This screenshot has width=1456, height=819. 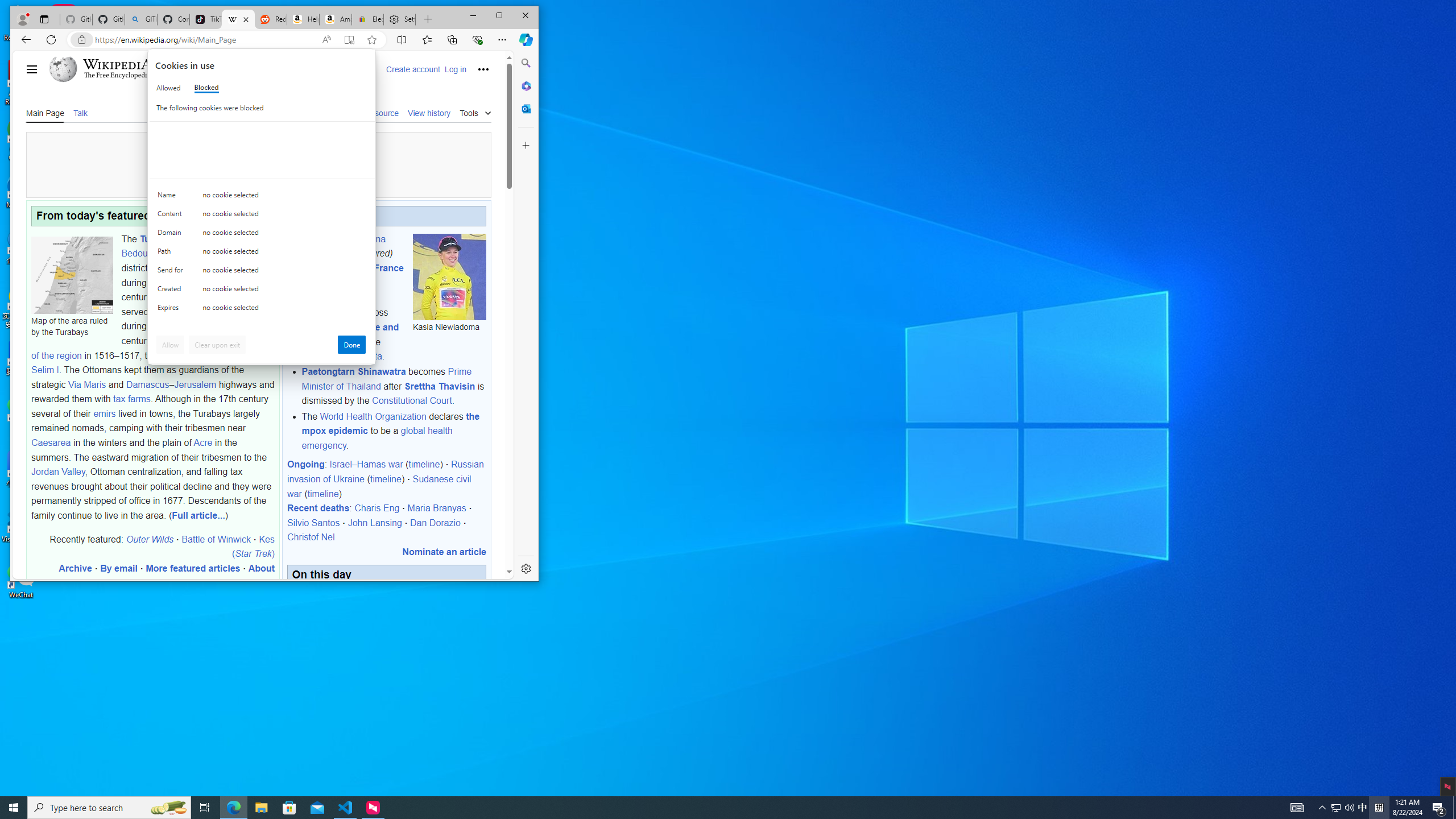 What do you see at coordinates (1363, 806) in the screenshot?
I see `'Notification Chevron'` at bounding box center [1363, 806].